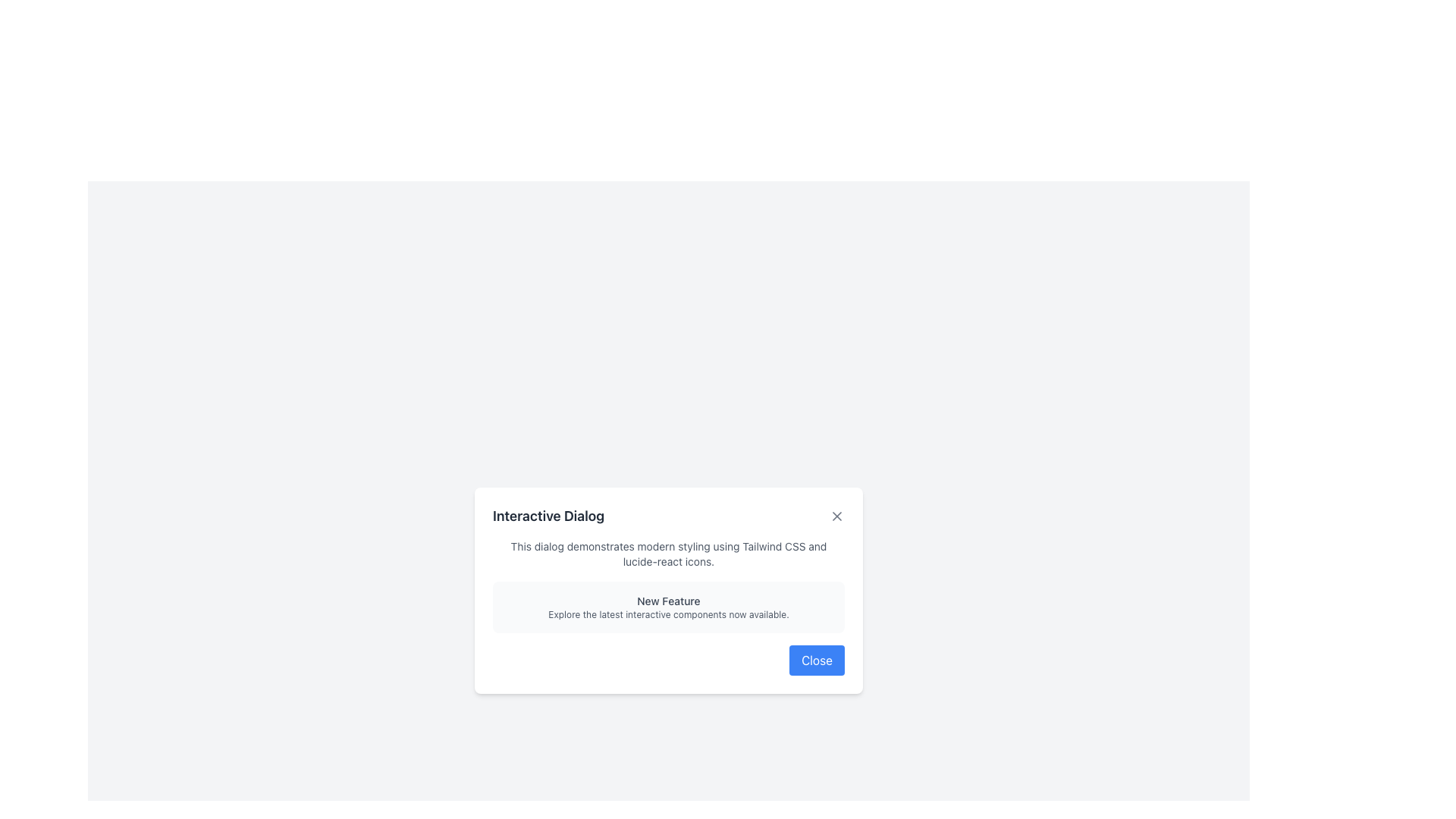 The height and width of the screenshot is (819, 1456). I want to click on the close button represented by an 'X' symbol in the top-right corner of the 'Interactive Dialog', so click(836, 516).